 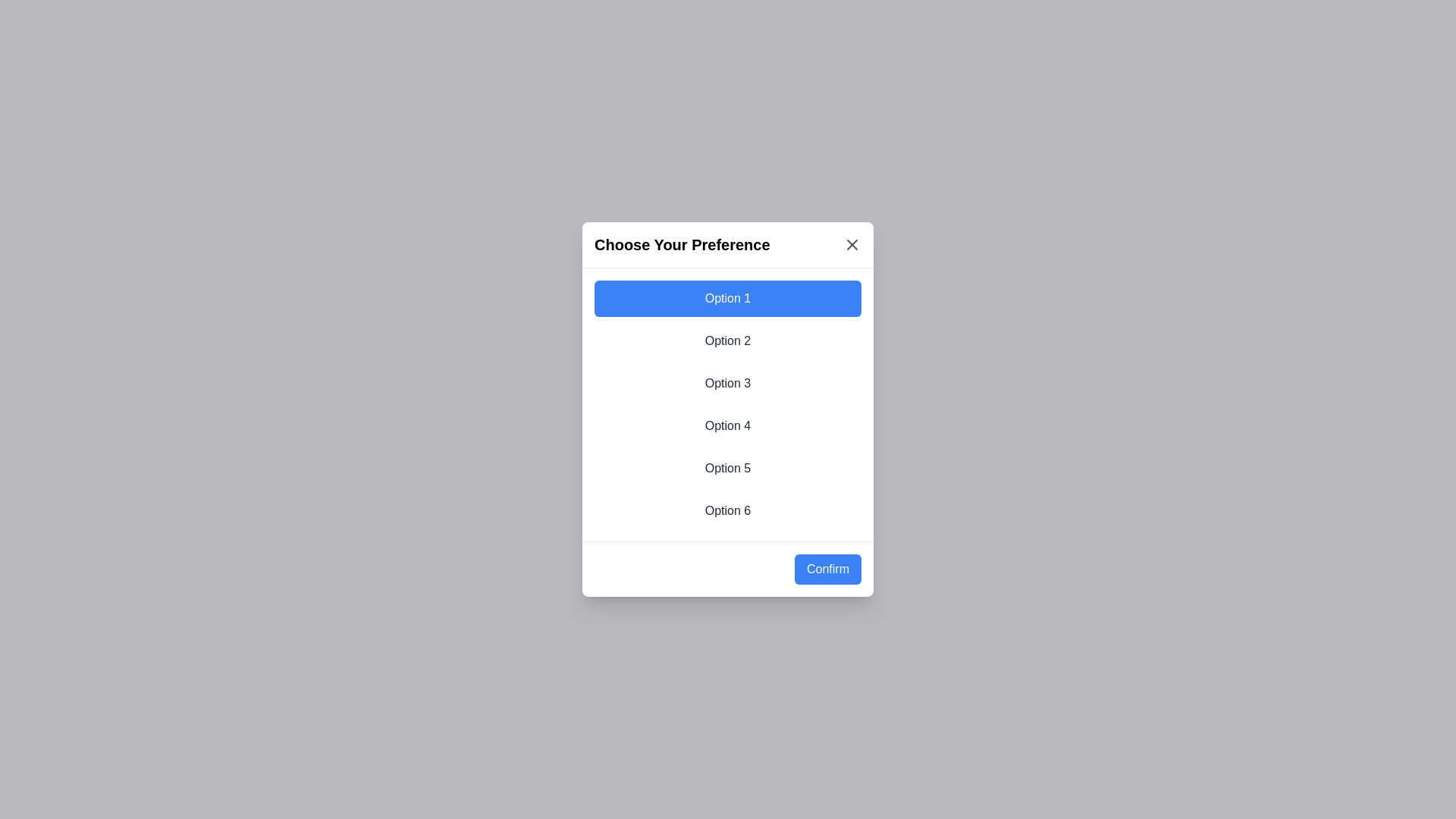 What do you see at coordinates (728, 298) in the screenshot?
I see `the option 1 from the list` at bounding box center [728, 298].